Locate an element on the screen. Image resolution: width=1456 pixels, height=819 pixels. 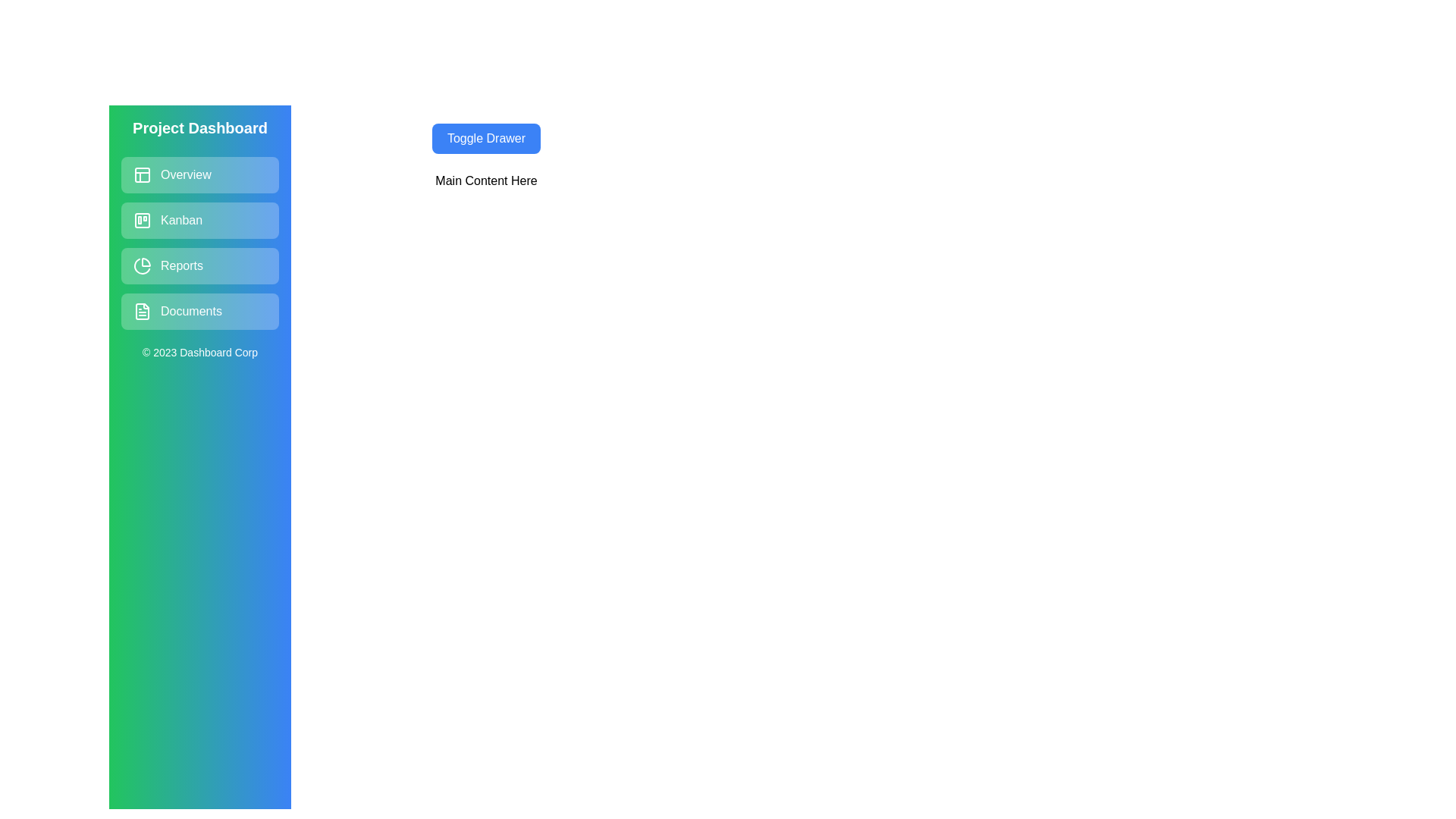
the navigation item Reports in the drawer is located at coordinates (199, 265).